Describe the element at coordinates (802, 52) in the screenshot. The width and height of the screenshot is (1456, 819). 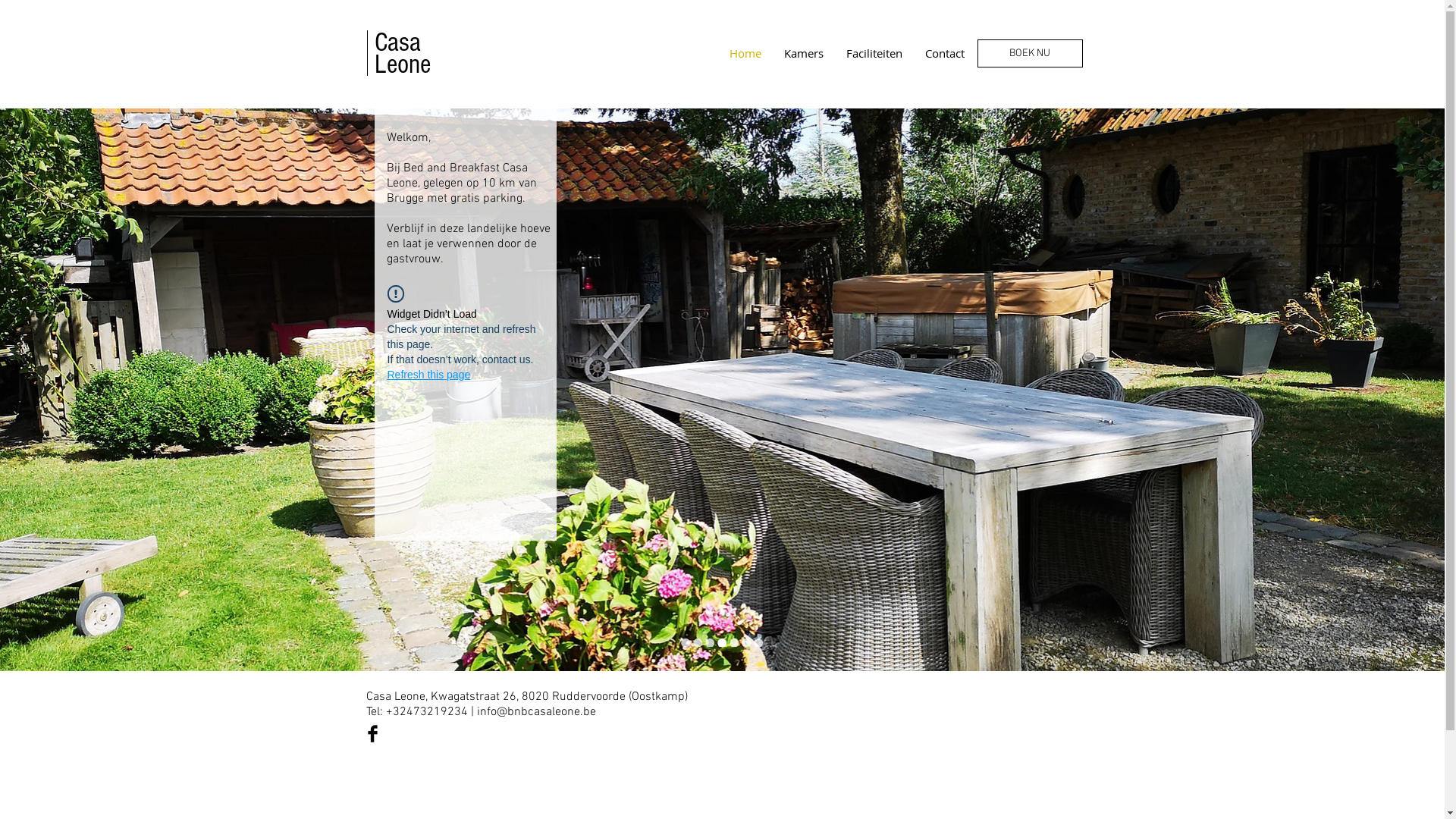
I see `'Kamers'` at that location.